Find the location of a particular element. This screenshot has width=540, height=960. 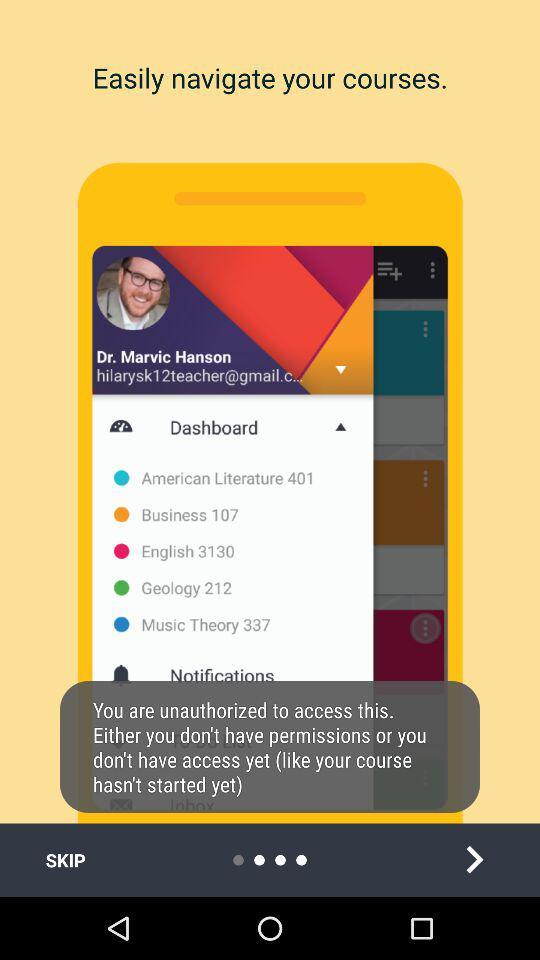

the arrow_forward icon is located at coordinates (473, 859).